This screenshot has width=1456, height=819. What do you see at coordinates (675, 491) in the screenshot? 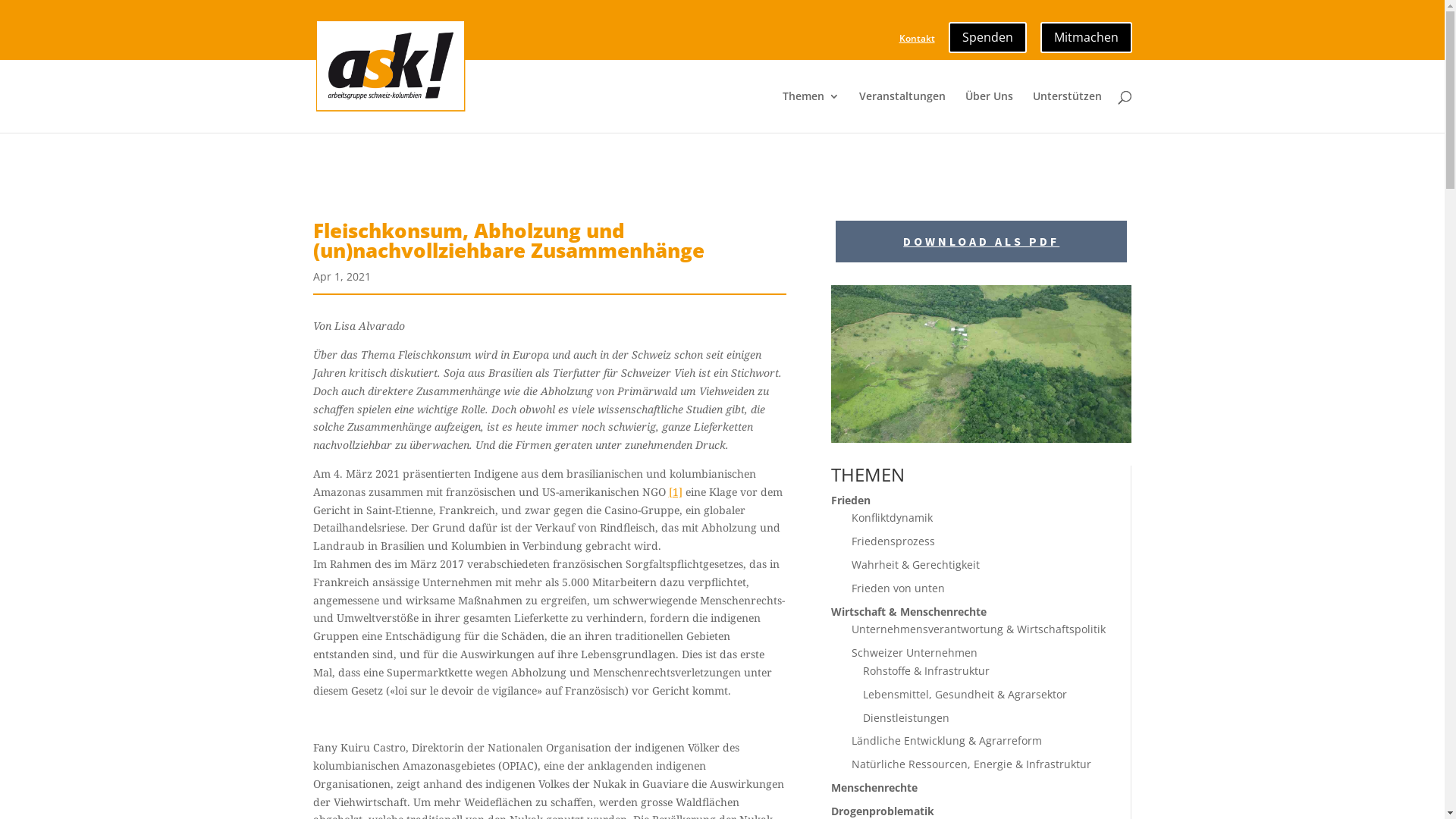
I see `'[1]'` at bounding box center [675, 491].